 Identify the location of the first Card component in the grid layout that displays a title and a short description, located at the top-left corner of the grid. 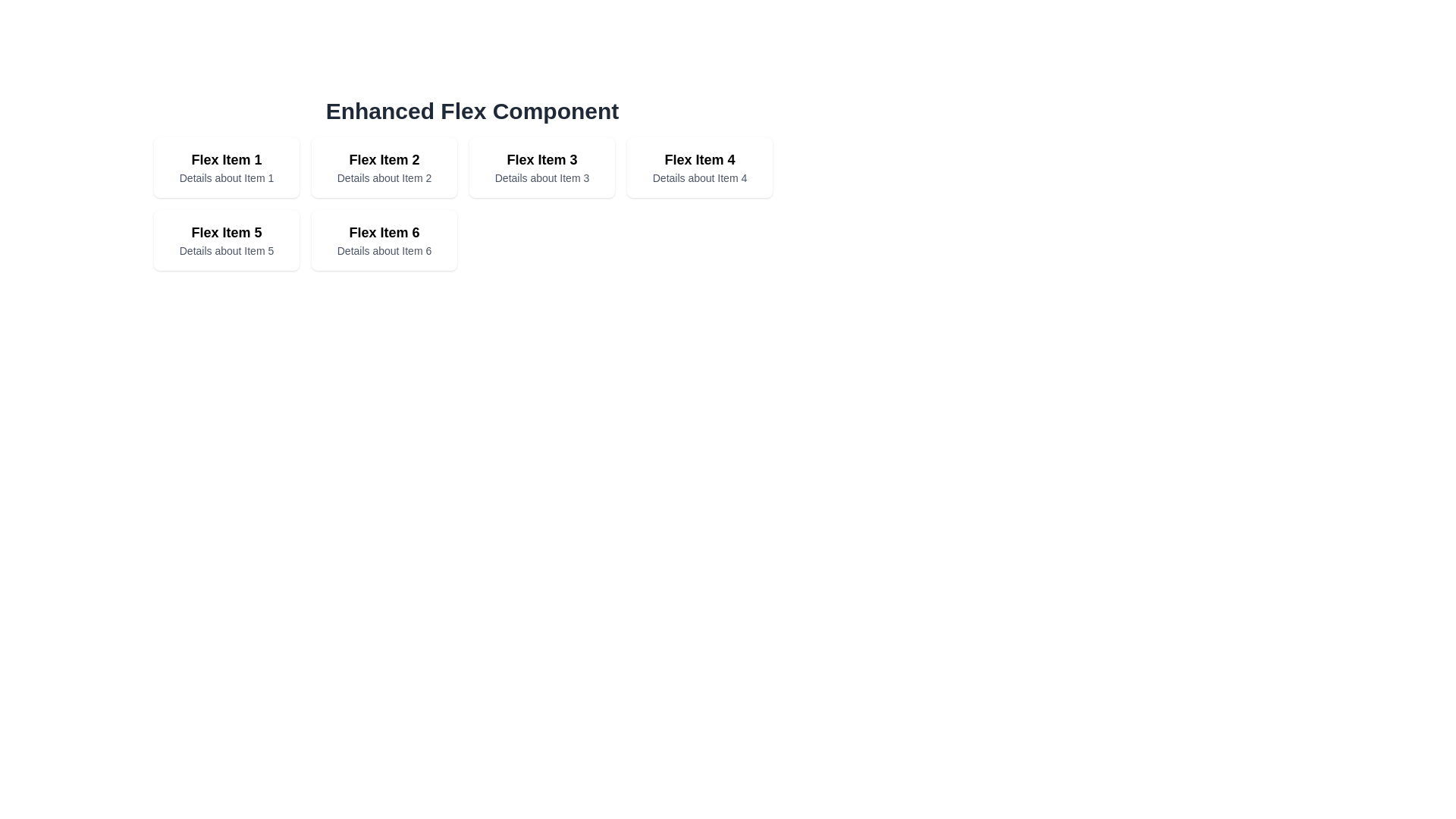
(225, 167).